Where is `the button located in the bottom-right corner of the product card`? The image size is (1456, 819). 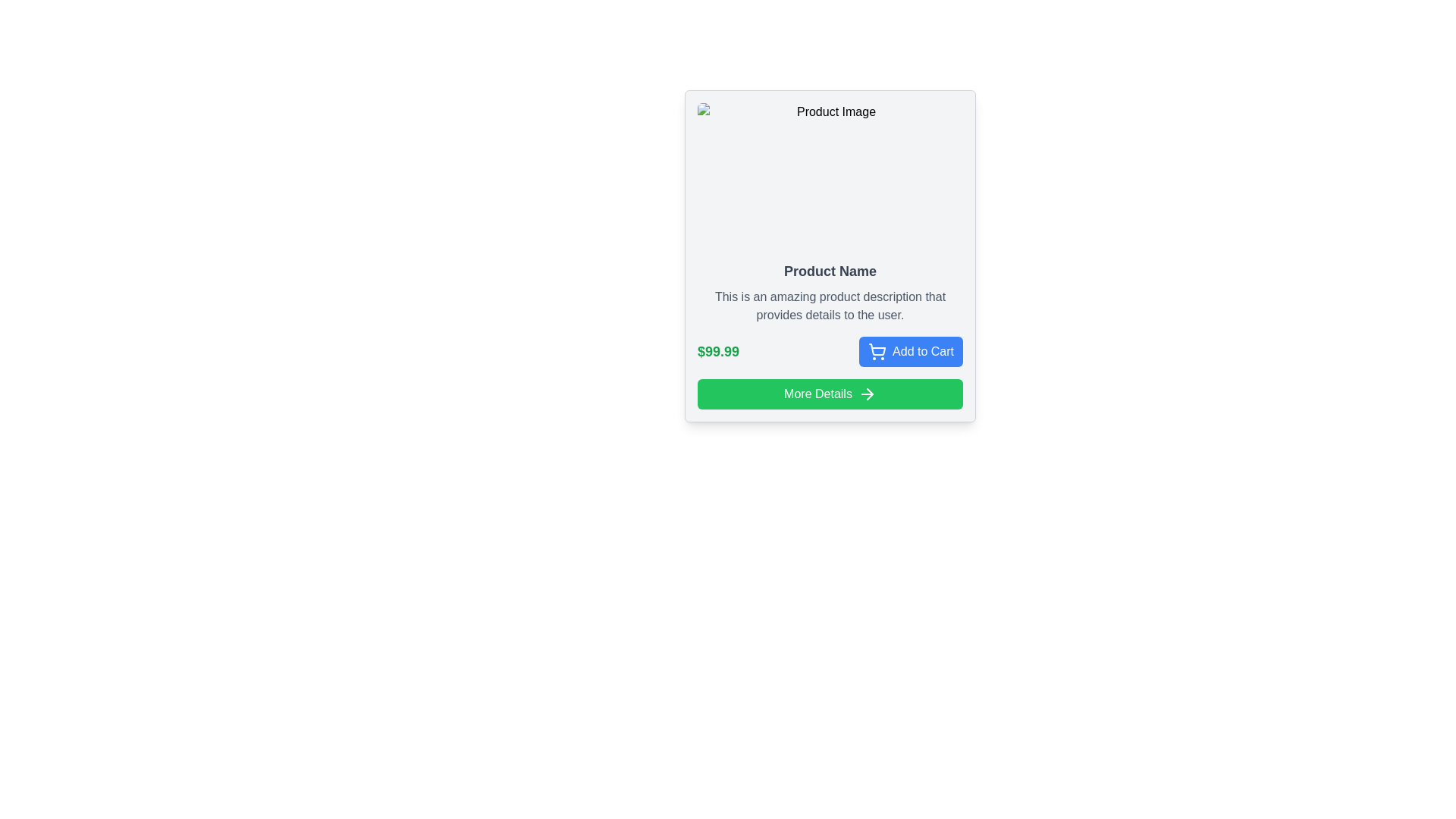
the button located in the bottom-right corner of the product card is located at coordinates (910, 351).